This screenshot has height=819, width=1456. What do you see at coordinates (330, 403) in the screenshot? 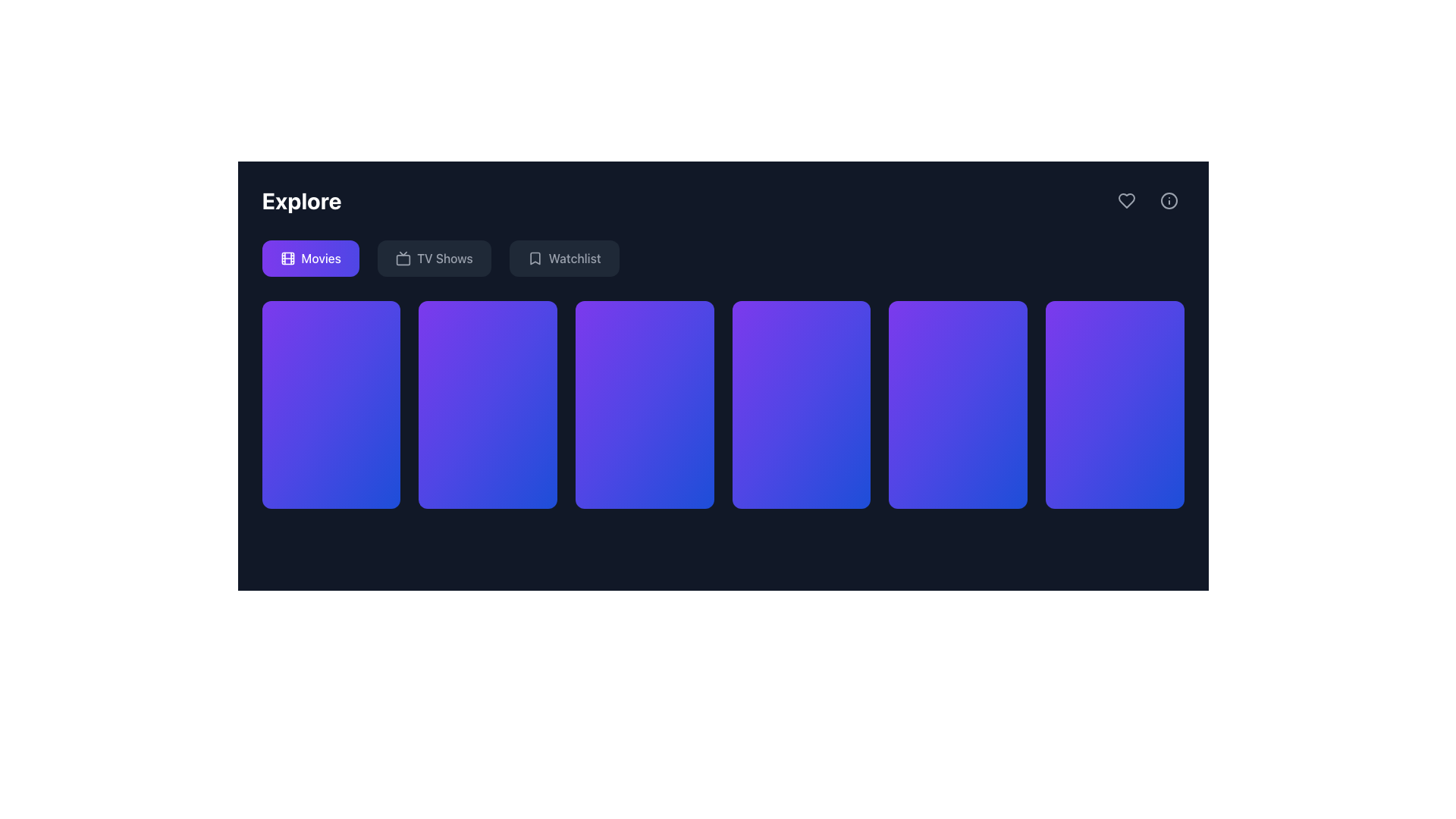
I see `the first card in the 'Explore' section of the interface, which represents an item or option selectable by the user` at bounding box center [330, 403].